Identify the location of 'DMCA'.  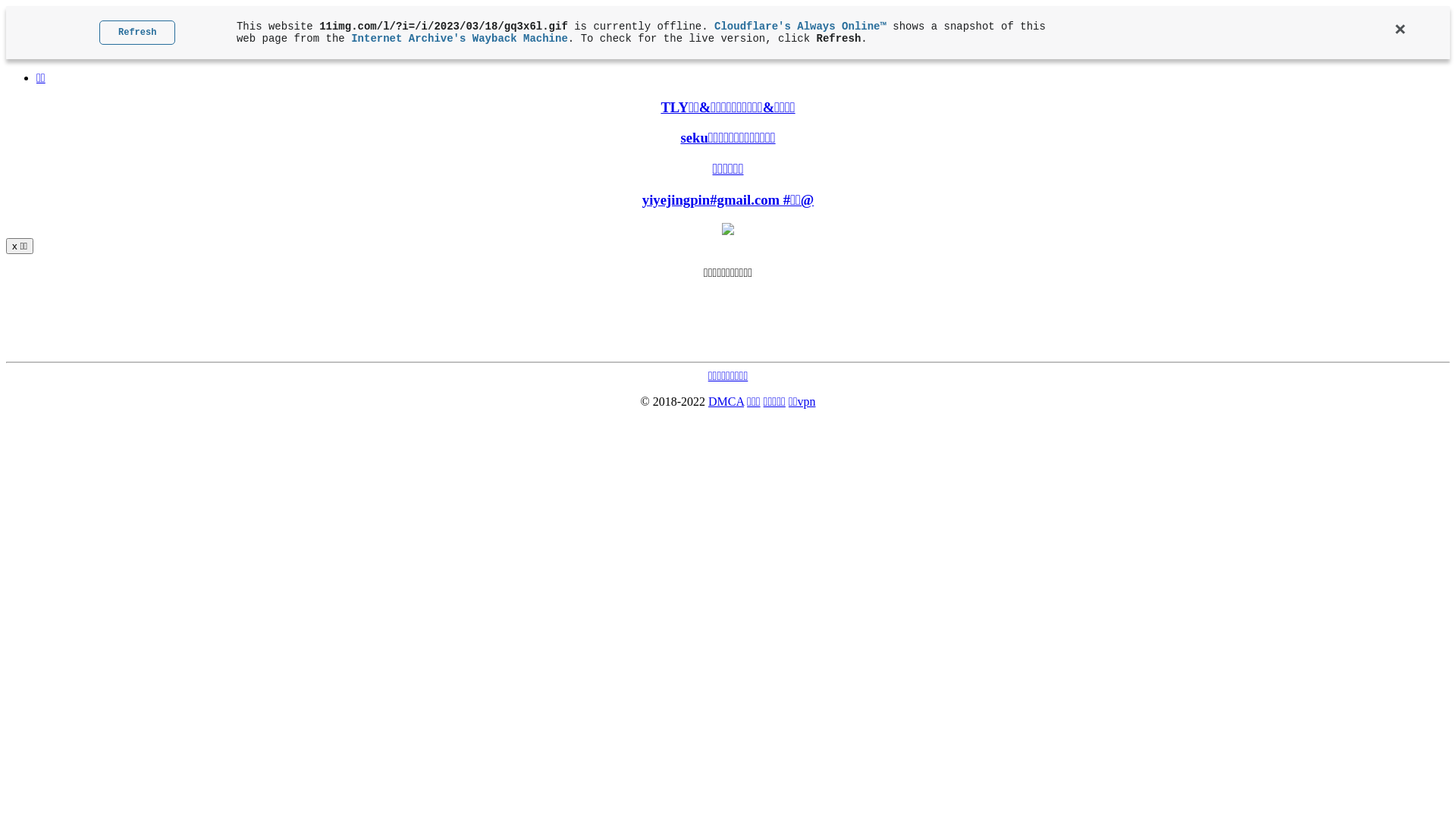
(725, 400).